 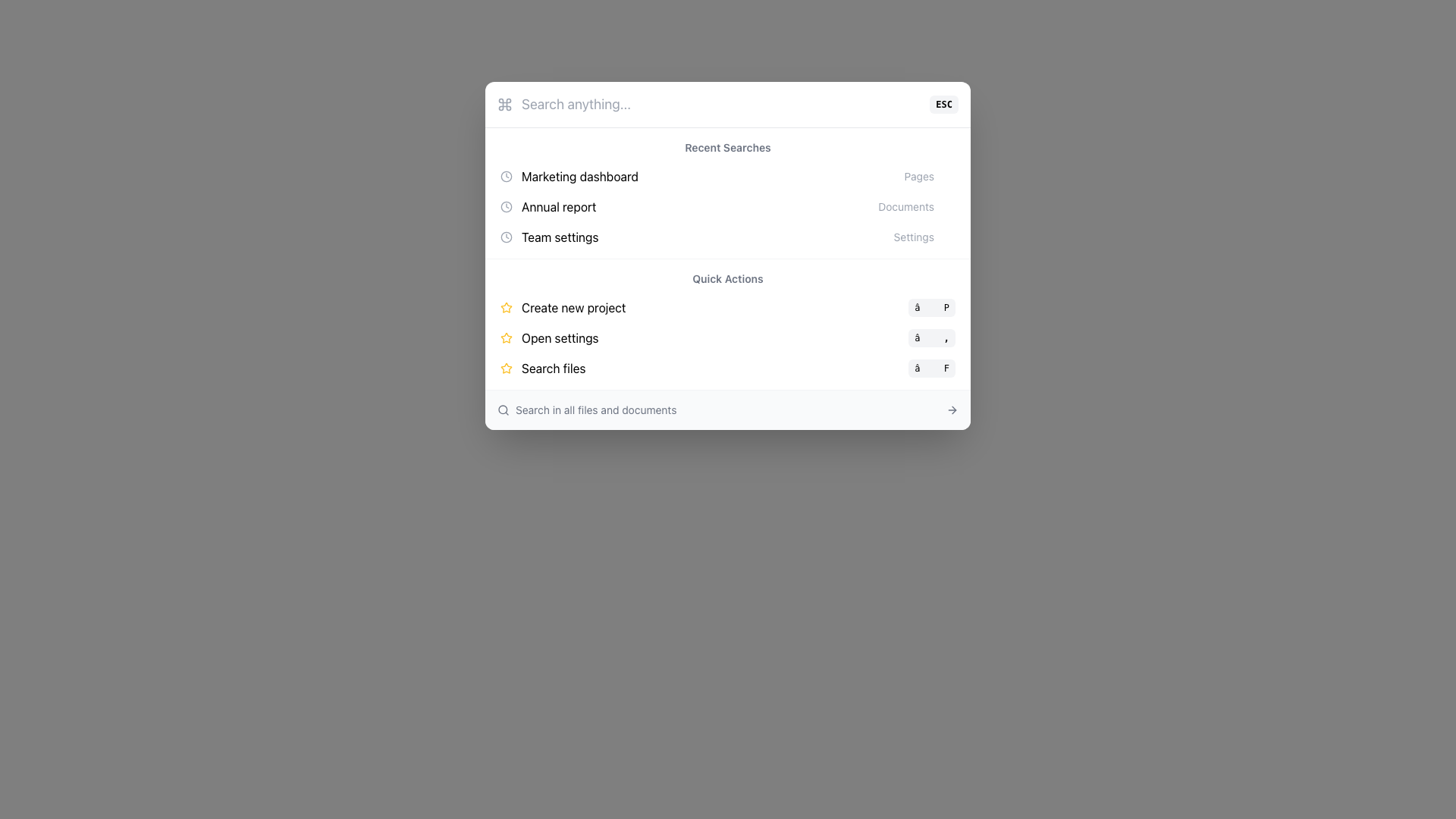 I want to click on the interactive menu item in the 'Quick Actions' section that allows access to 'Open settings', so click(x=728, y=337).